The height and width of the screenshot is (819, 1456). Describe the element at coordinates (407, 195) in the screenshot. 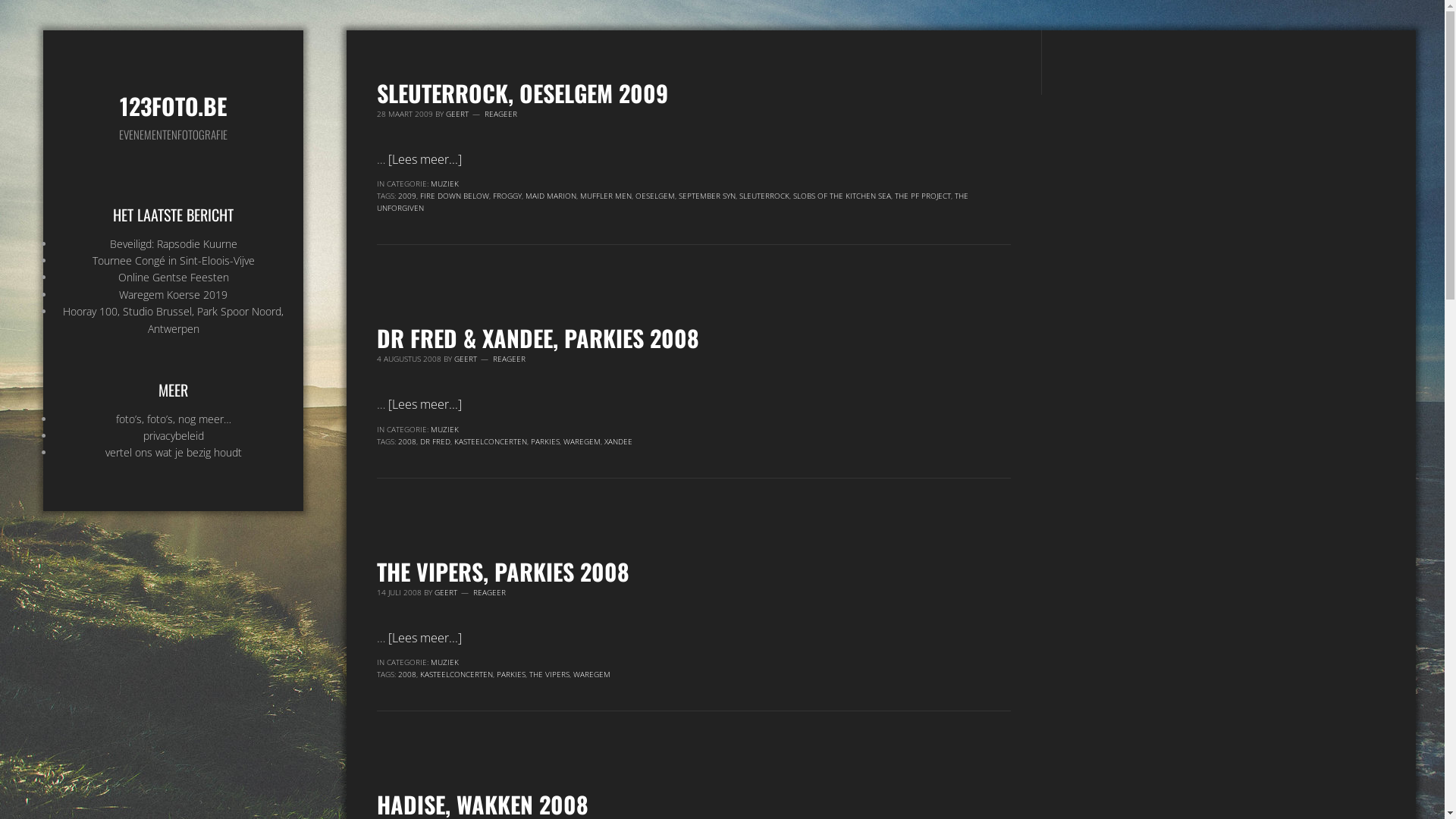

I see `'2009'` at that location.